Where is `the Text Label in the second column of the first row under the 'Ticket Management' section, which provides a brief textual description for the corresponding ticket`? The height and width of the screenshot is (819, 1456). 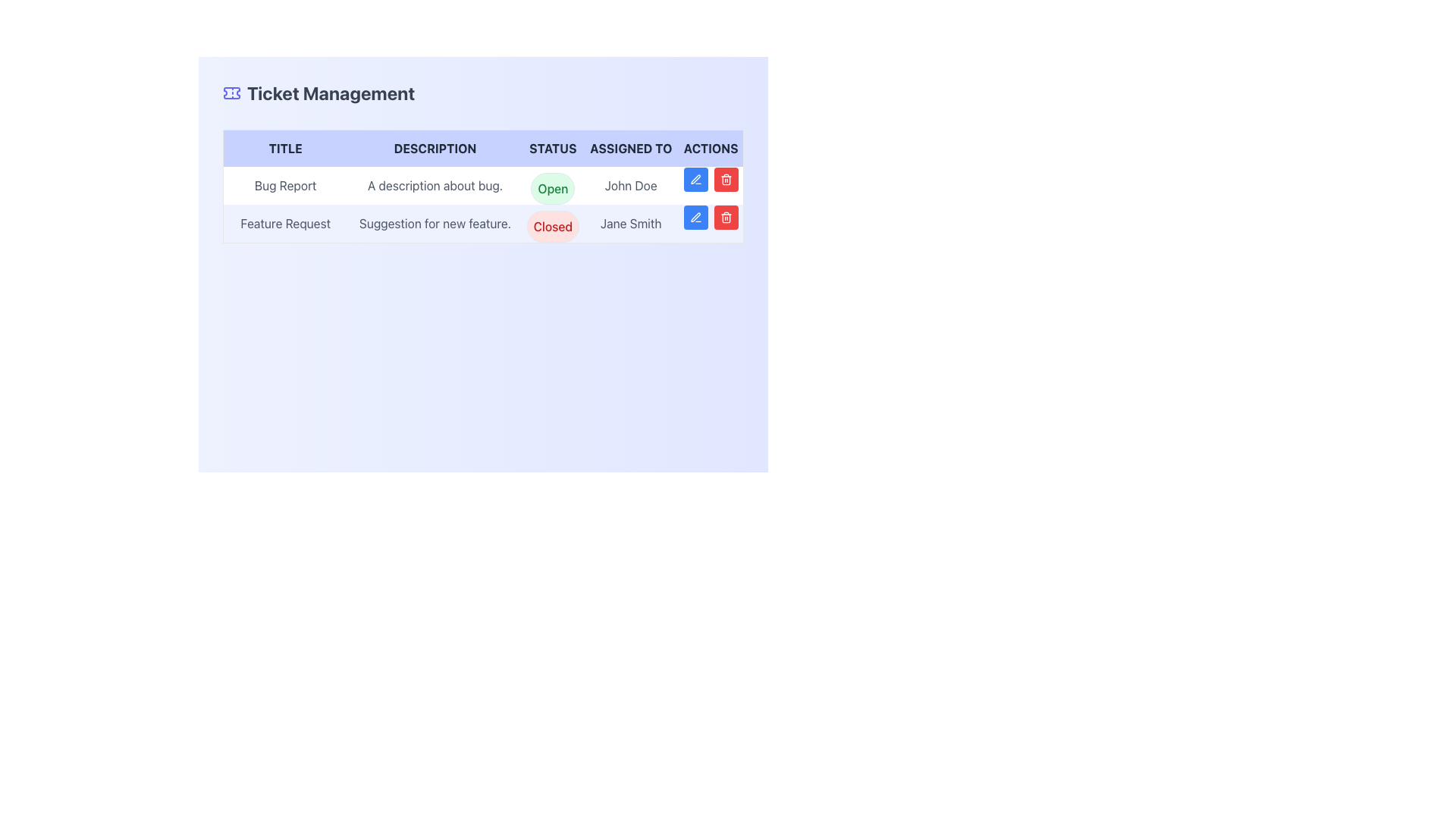 the Text Label in the second column of the first row under the 'Ticket Management' section, which provides a brief textual description for the corresponding ticket is located at coordinates (435, 184).